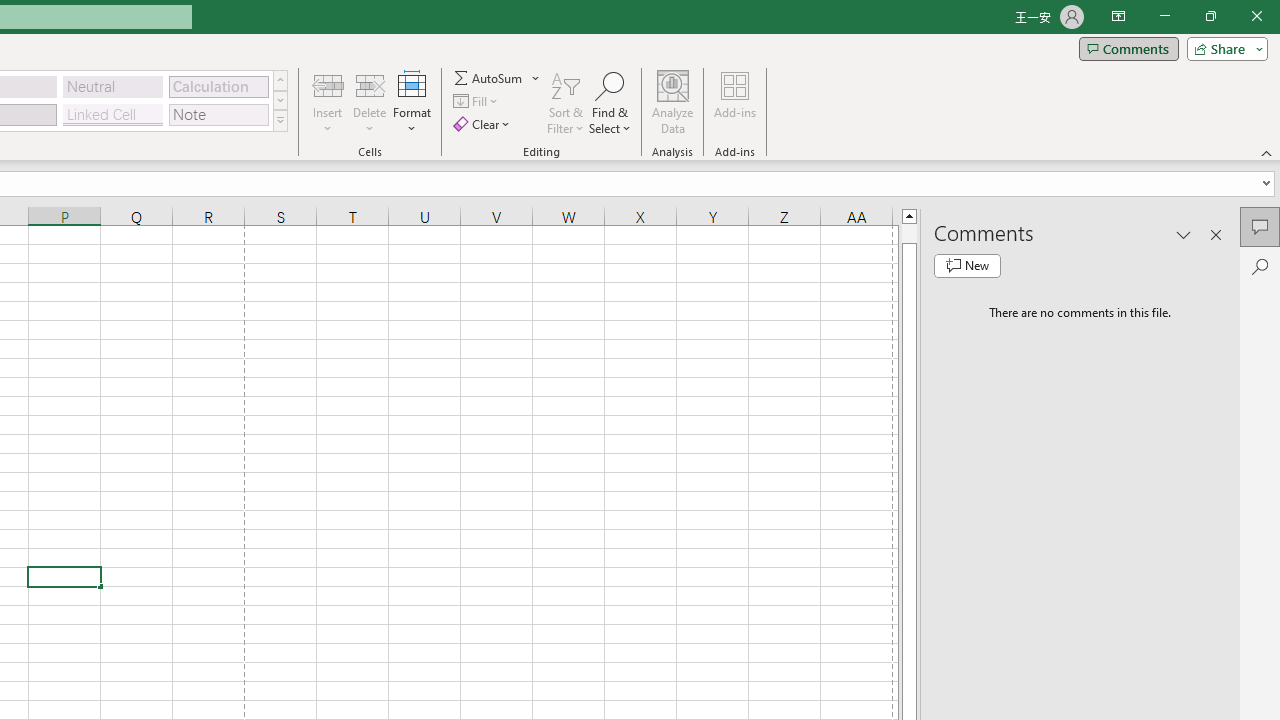  Describe the element at coordinates (477, 101) in the screenshot. I see `'Fill'` at that location.